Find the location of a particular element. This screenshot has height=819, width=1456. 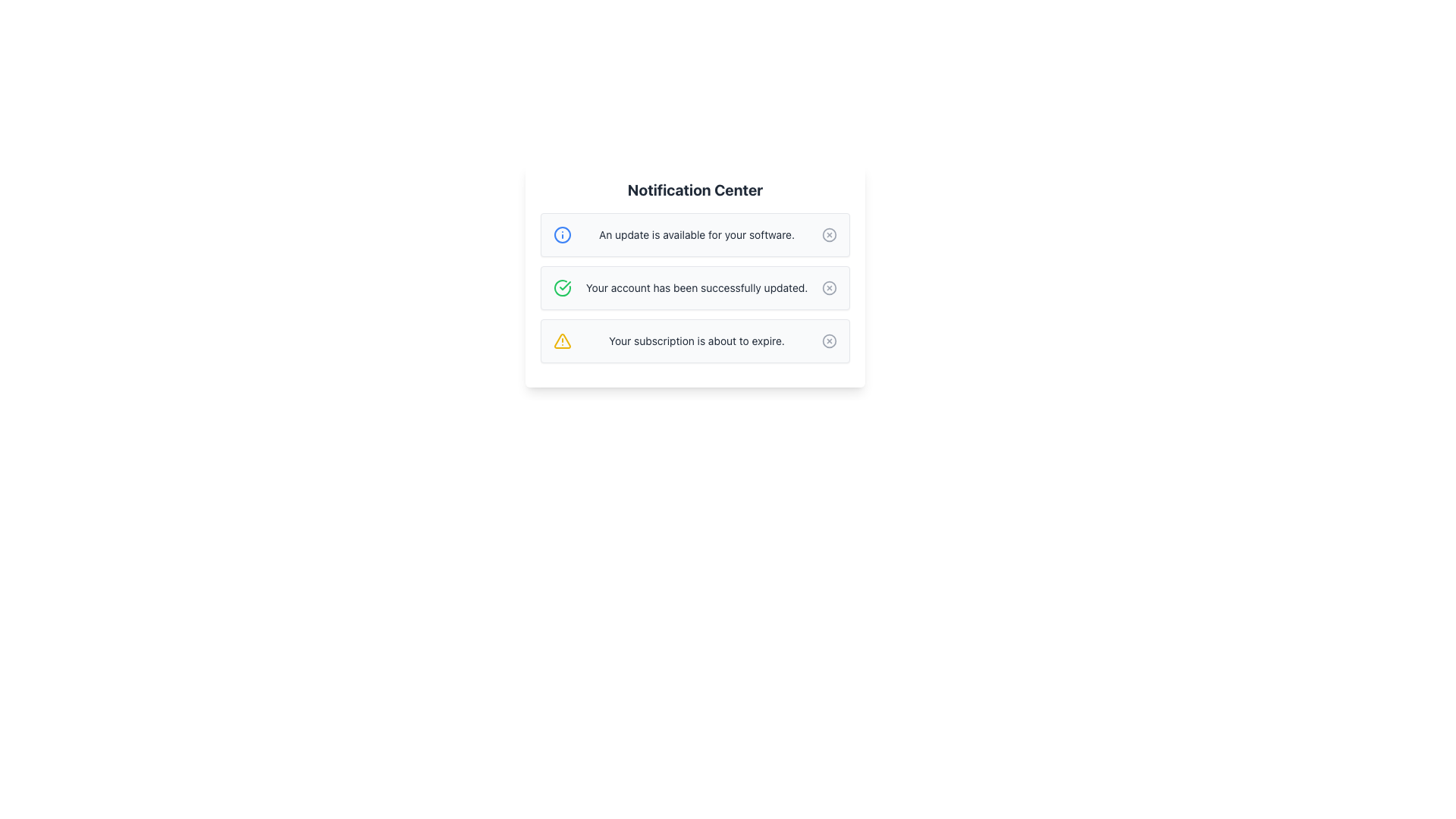

the warning icon in the third notification box of the Notification Center, which indicates an expiring subscription is located at coordinates (562, 341).